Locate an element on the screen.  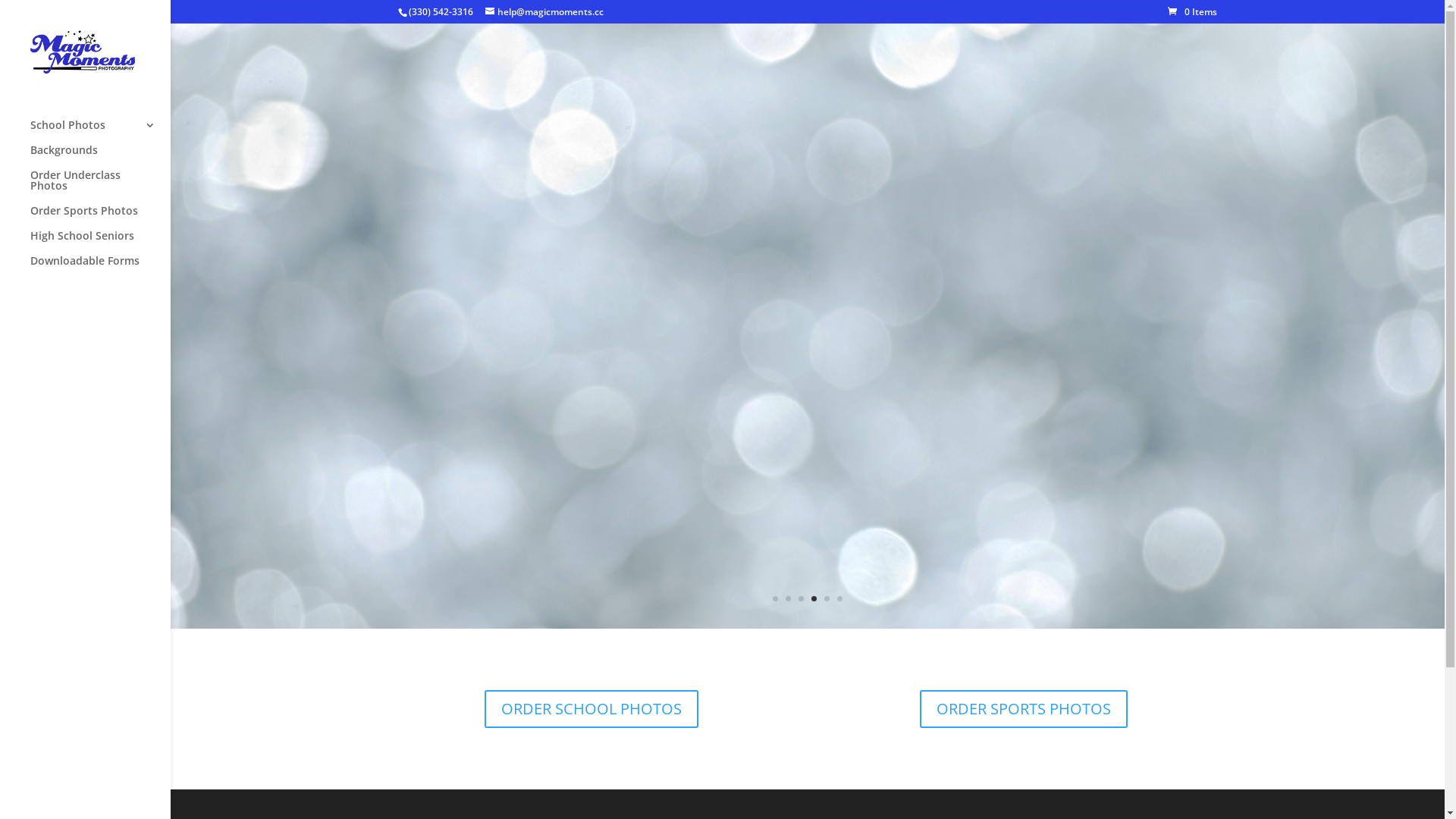
'High School Seniors' is located at coordinates (30, 242).